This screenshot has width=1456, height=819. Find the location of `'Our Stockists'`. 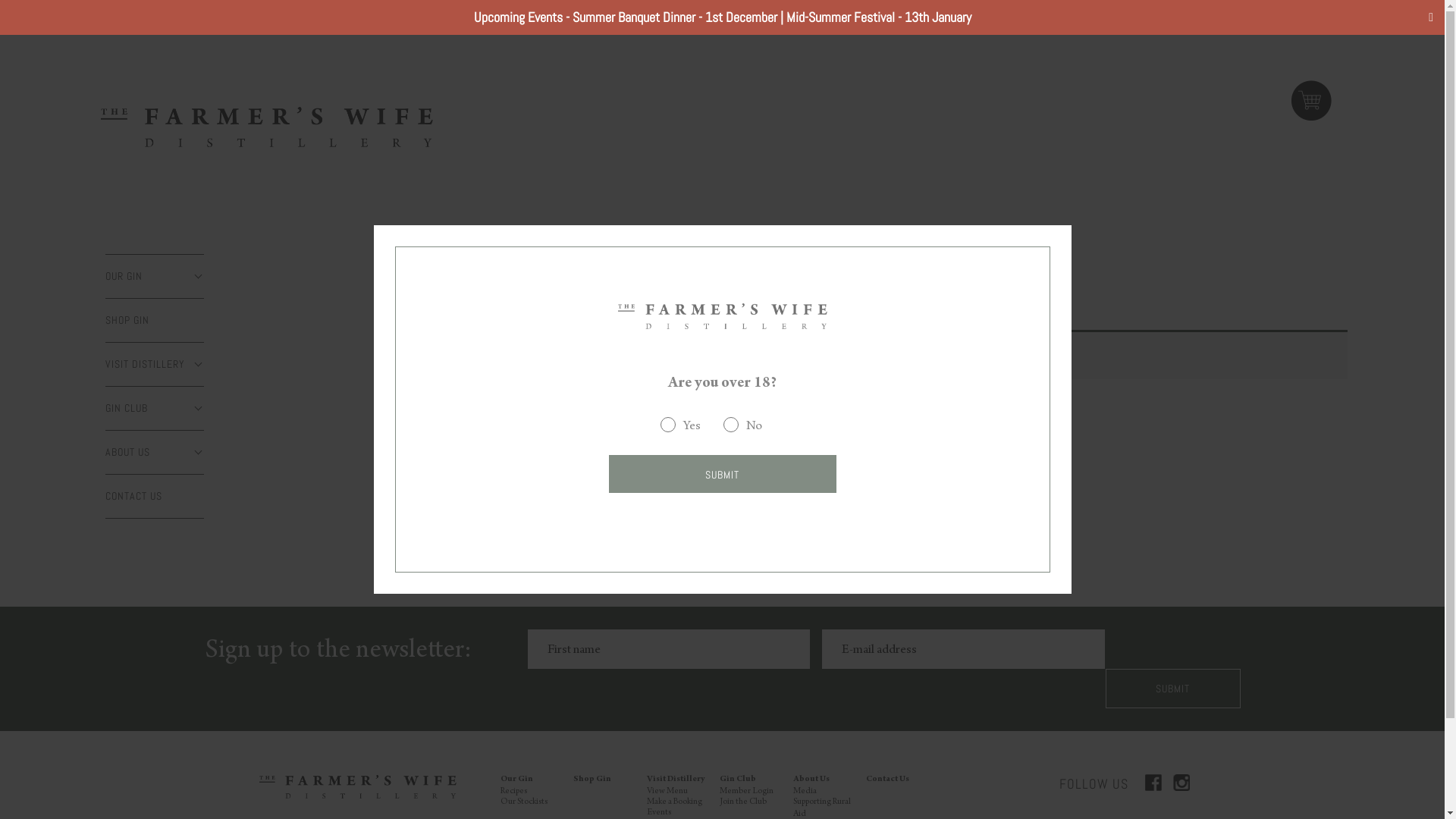

'Our Stockists' is located at coordinates (524, 801).